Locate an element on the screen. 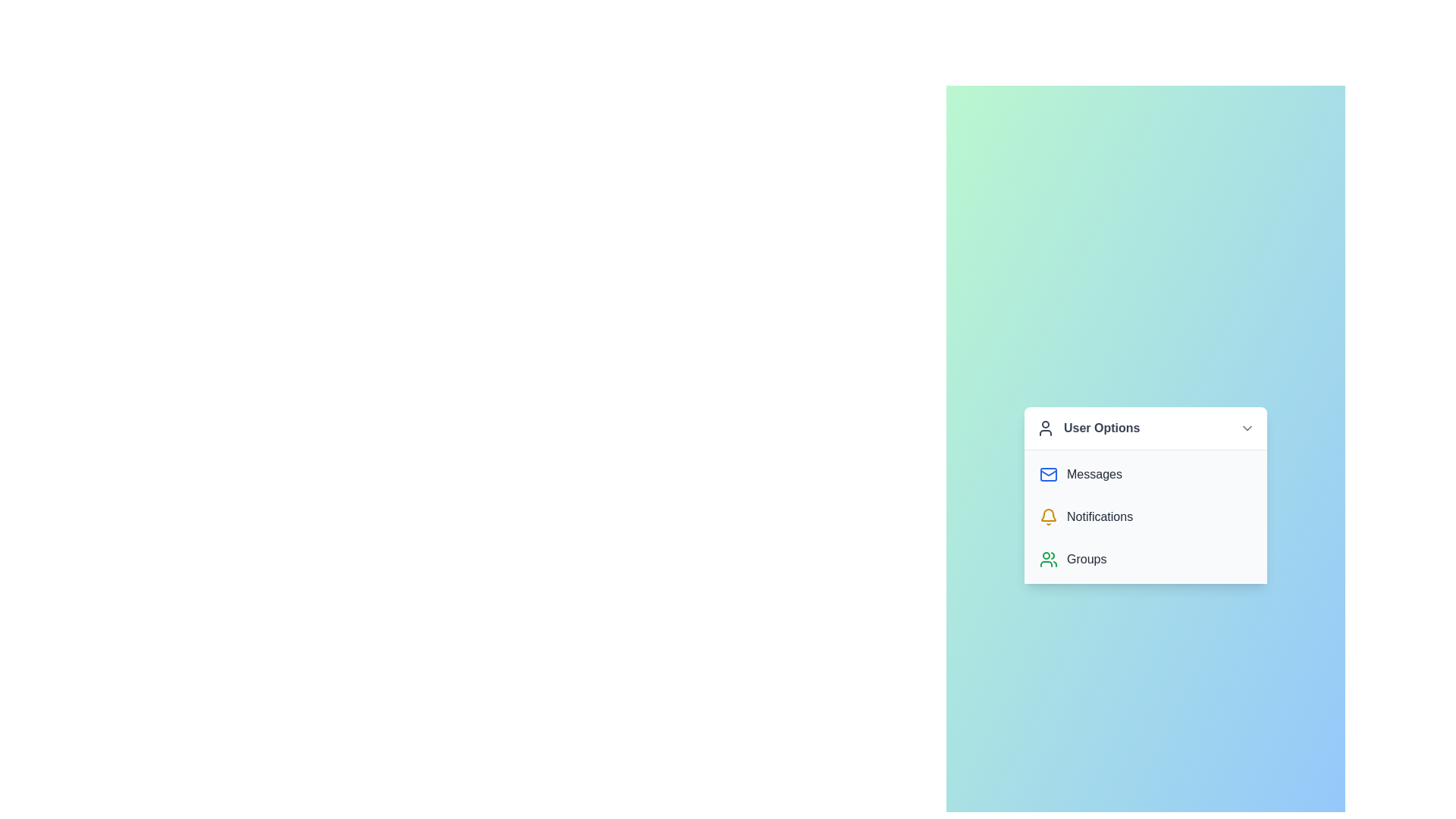 The height and width of the screenshot is (819, 1456). the user icon, which is a line art graphic in dark gray, positioned left of the 'User Options' text is located at coordinates (1044, 428).